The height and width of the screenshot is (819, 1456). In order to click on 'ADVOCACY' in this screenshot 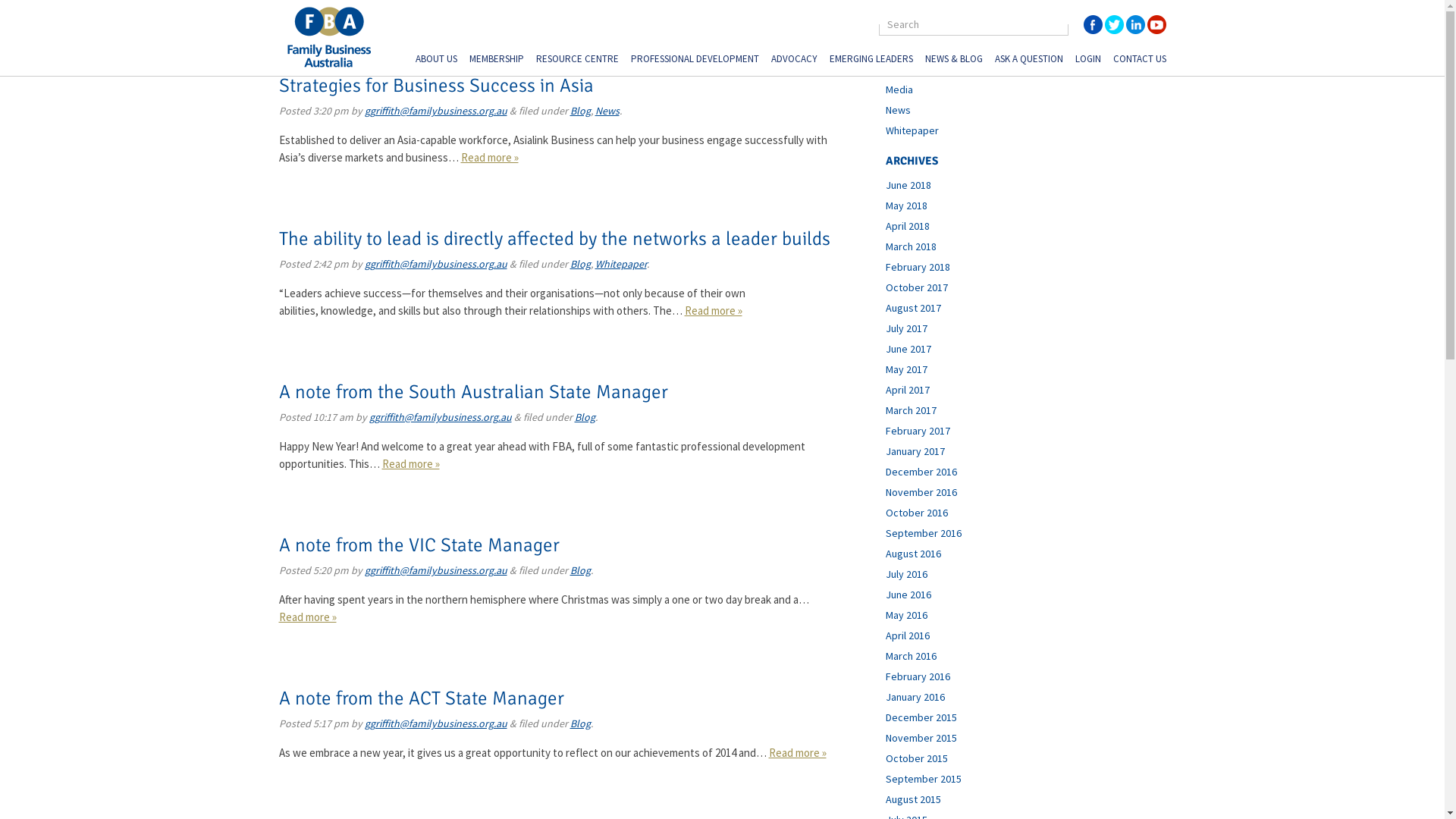, I will do `click(792, 60)`.